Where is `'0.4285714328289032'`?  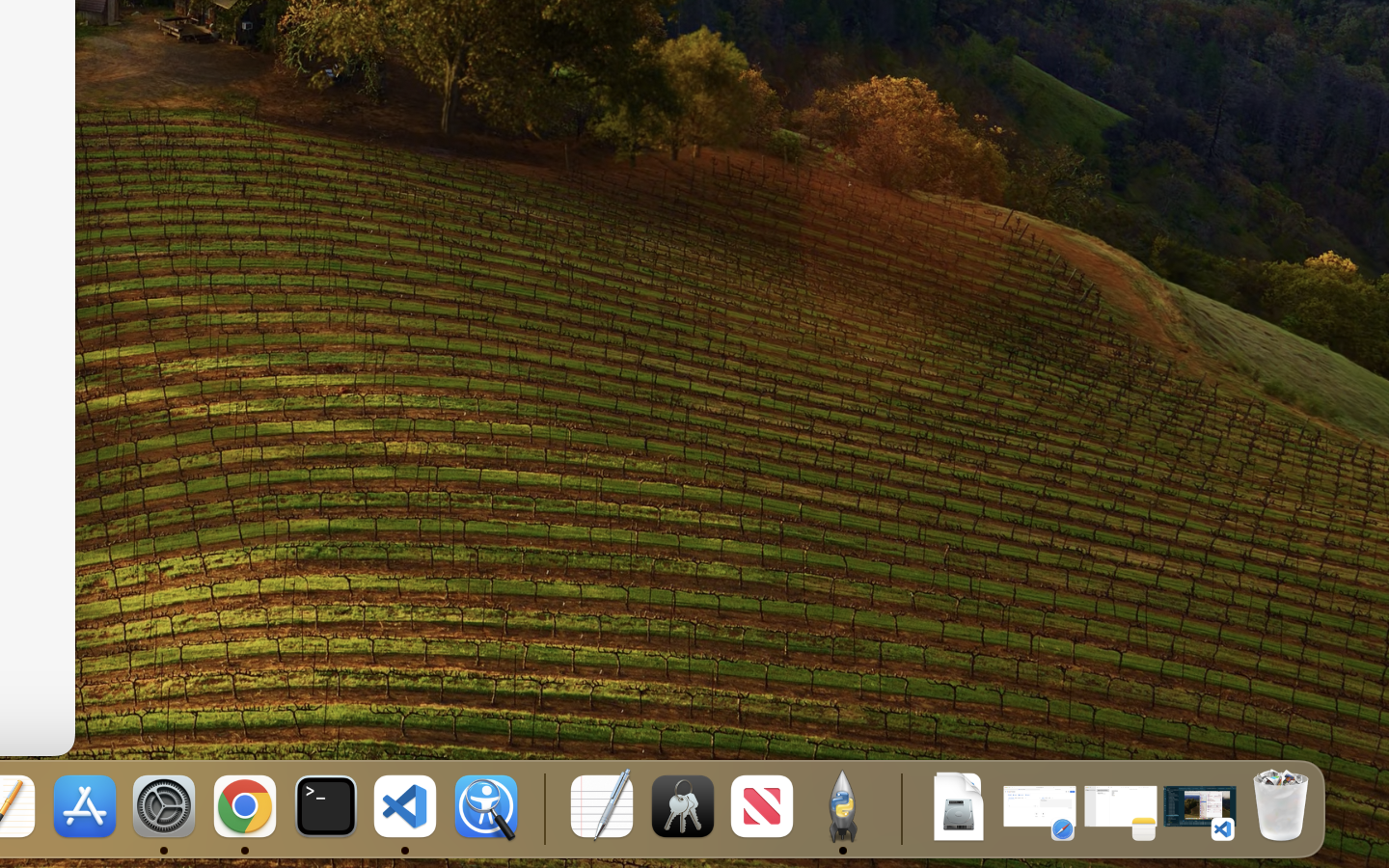 '0.4285714328289032' is located at coordinates (542, 807).